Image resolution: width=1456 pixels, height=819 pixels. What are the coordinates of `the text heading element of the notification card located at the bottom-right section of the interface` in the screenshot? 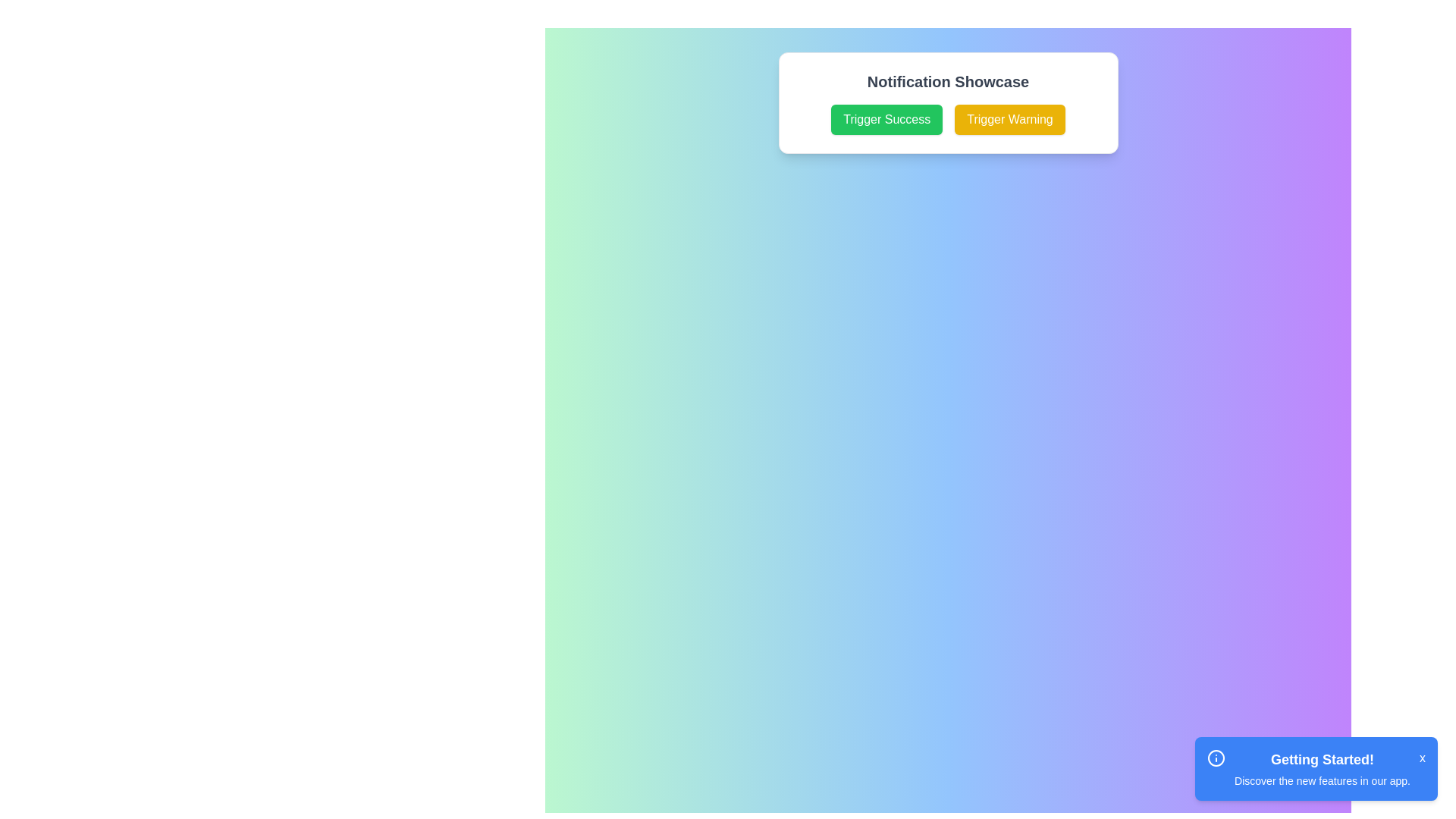 It's located at (1322, 760).